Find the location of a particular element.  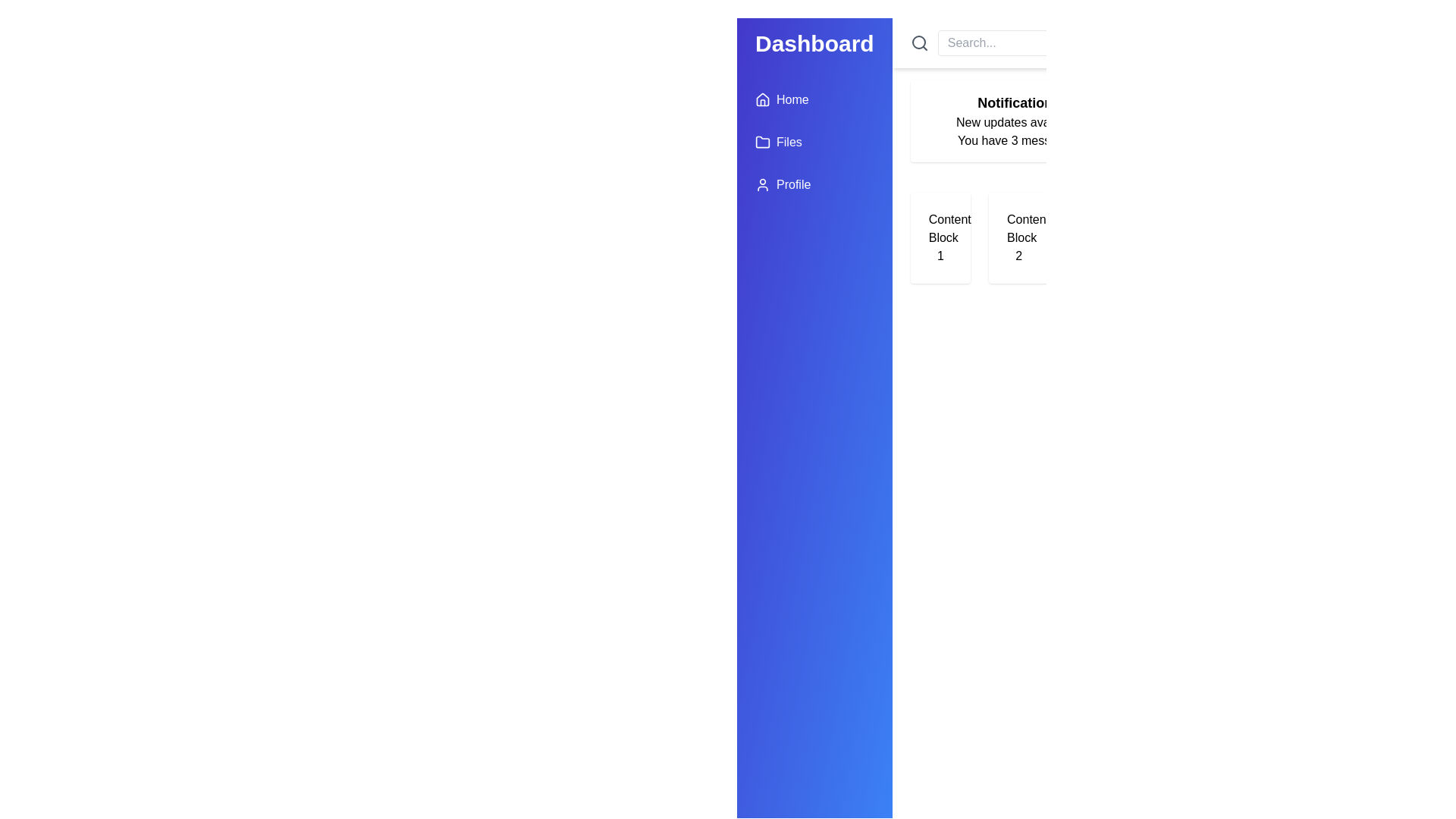

the white rectangular block with rounded corners containing the text 'Content Block 2' to interact with it is located at coordinates (1018, 237).